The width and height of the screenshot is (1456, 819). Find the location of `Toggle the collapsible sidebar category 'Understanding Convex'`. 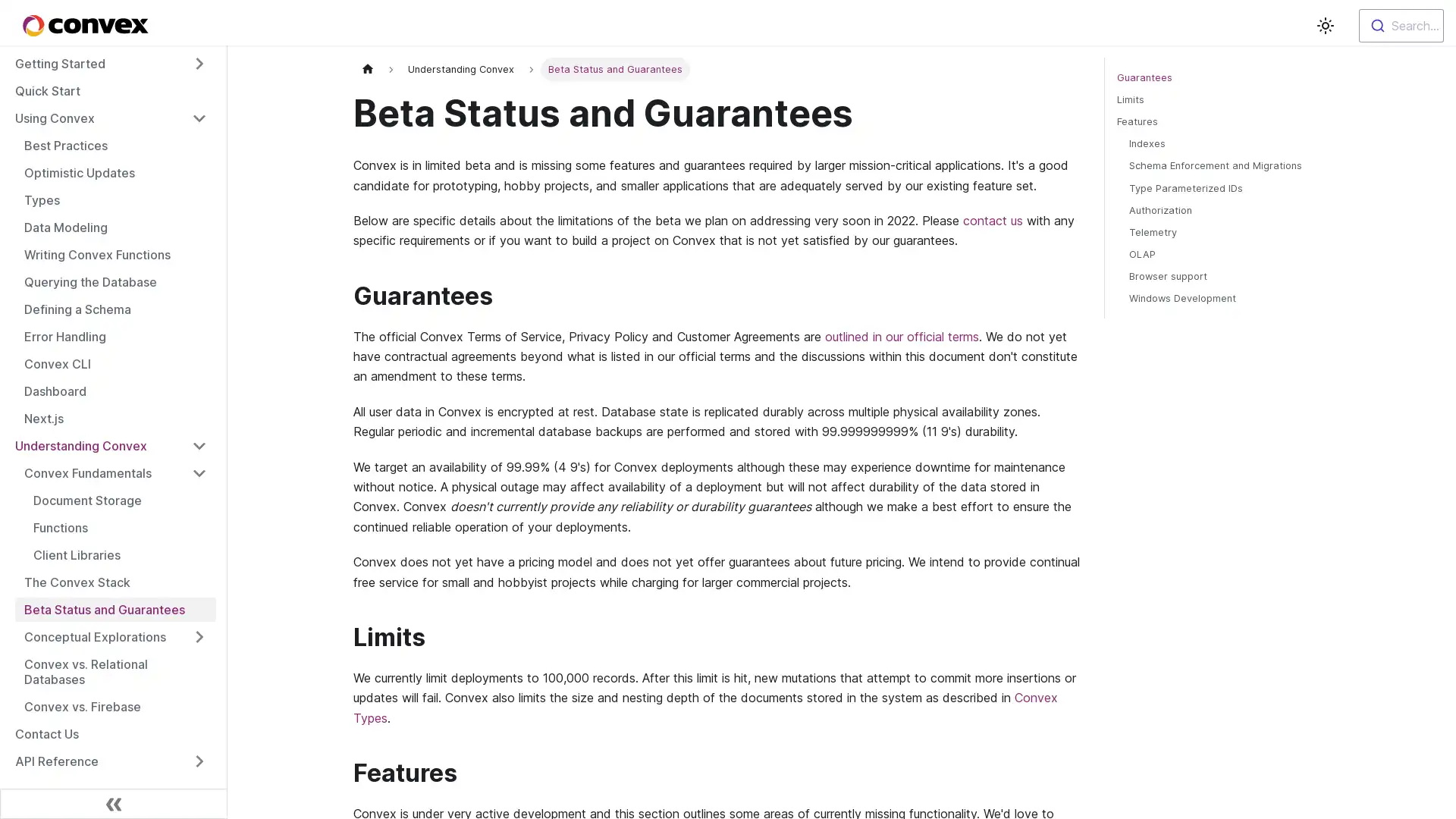

Toggle the collapsible sidebar category 'Understanding Convex' is located at coordinates (199, 444).